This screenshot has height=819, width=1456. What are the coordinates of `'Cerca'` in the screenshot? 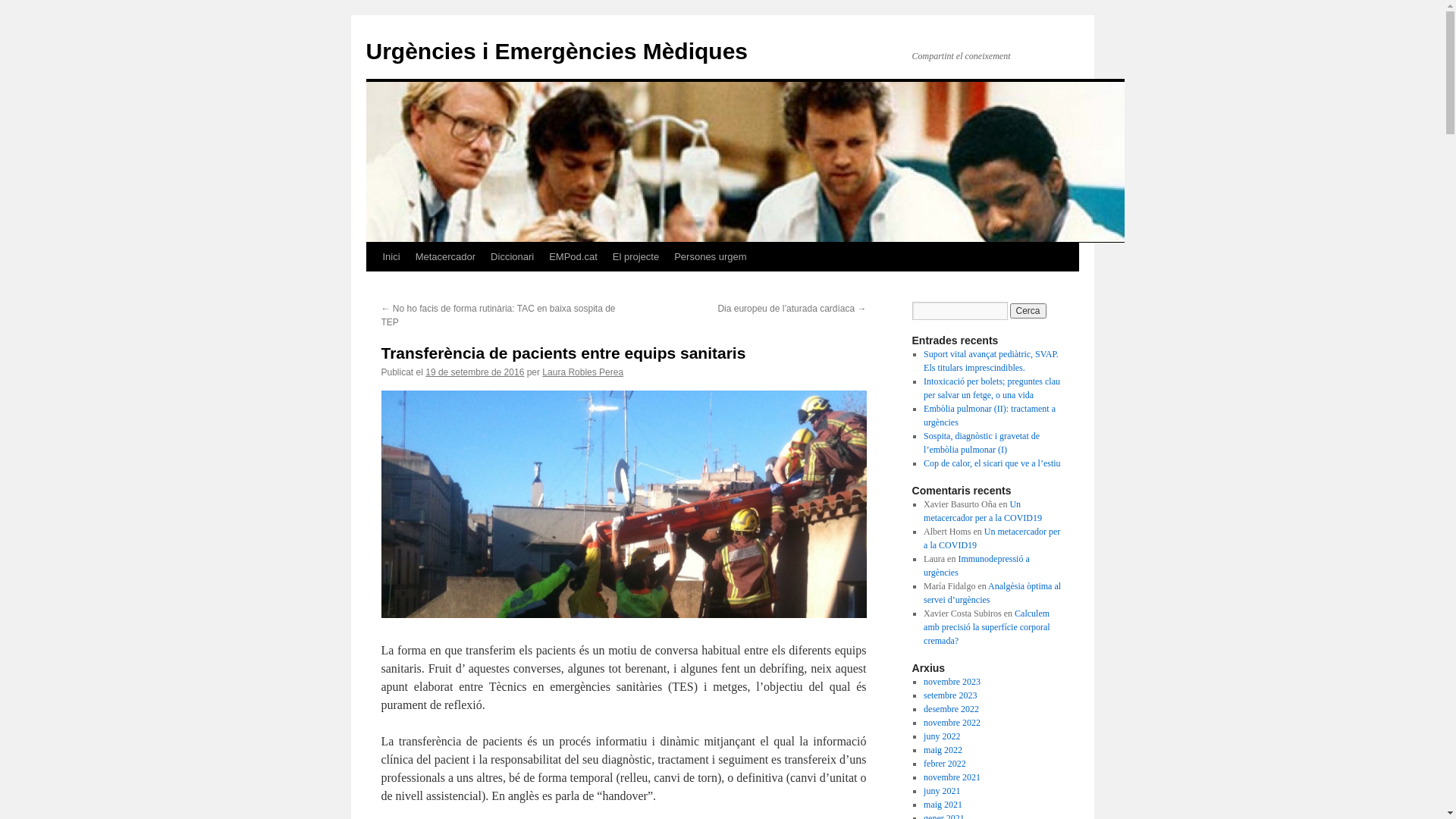 It's located at (1028, 309).